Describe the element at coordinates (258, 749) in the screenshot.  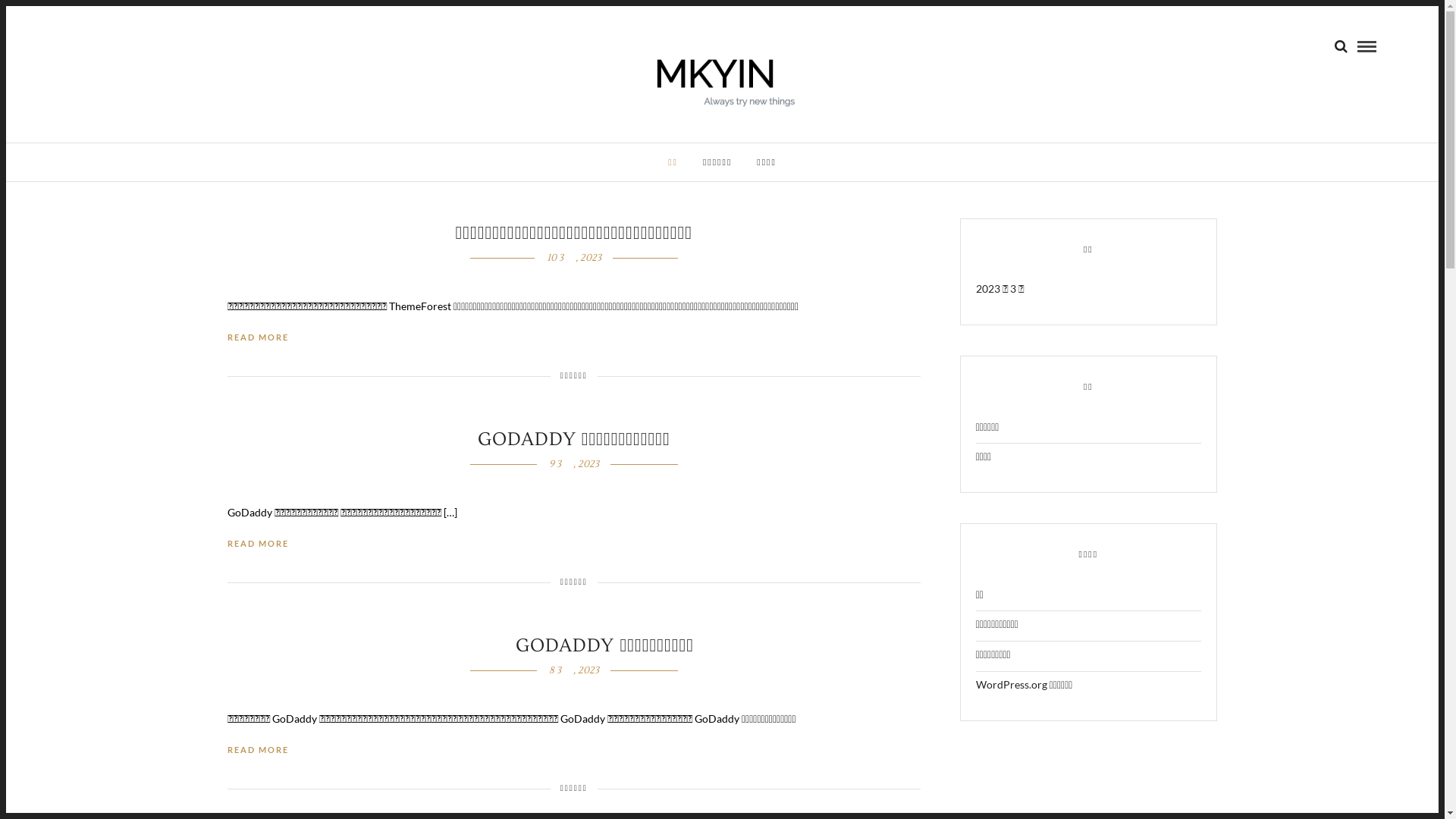
I see `'READ MORE'` at that location.